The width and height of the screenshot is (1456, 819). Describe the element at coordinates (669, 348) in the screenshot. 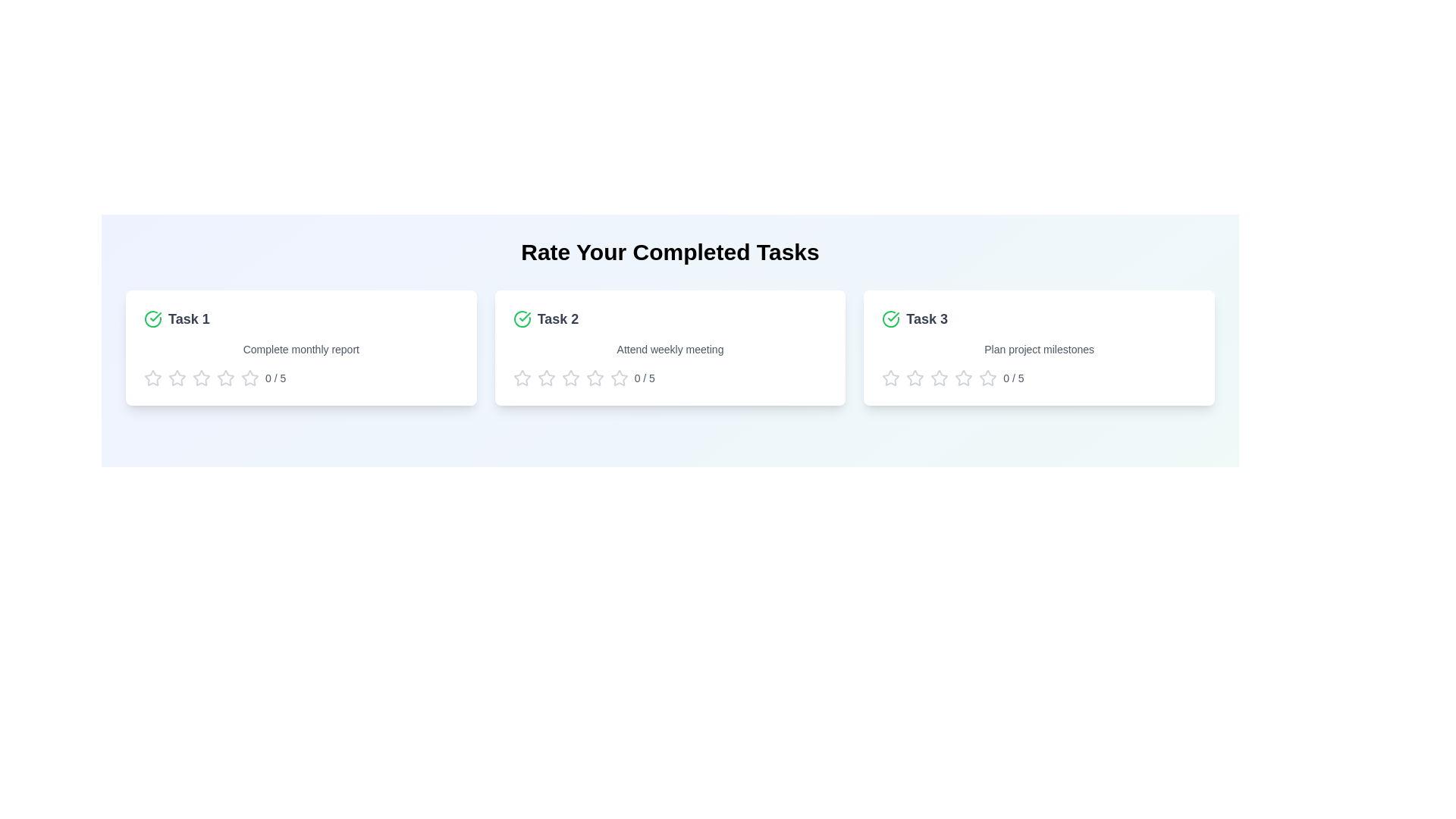

I see `the task card for Task 2` at that location.